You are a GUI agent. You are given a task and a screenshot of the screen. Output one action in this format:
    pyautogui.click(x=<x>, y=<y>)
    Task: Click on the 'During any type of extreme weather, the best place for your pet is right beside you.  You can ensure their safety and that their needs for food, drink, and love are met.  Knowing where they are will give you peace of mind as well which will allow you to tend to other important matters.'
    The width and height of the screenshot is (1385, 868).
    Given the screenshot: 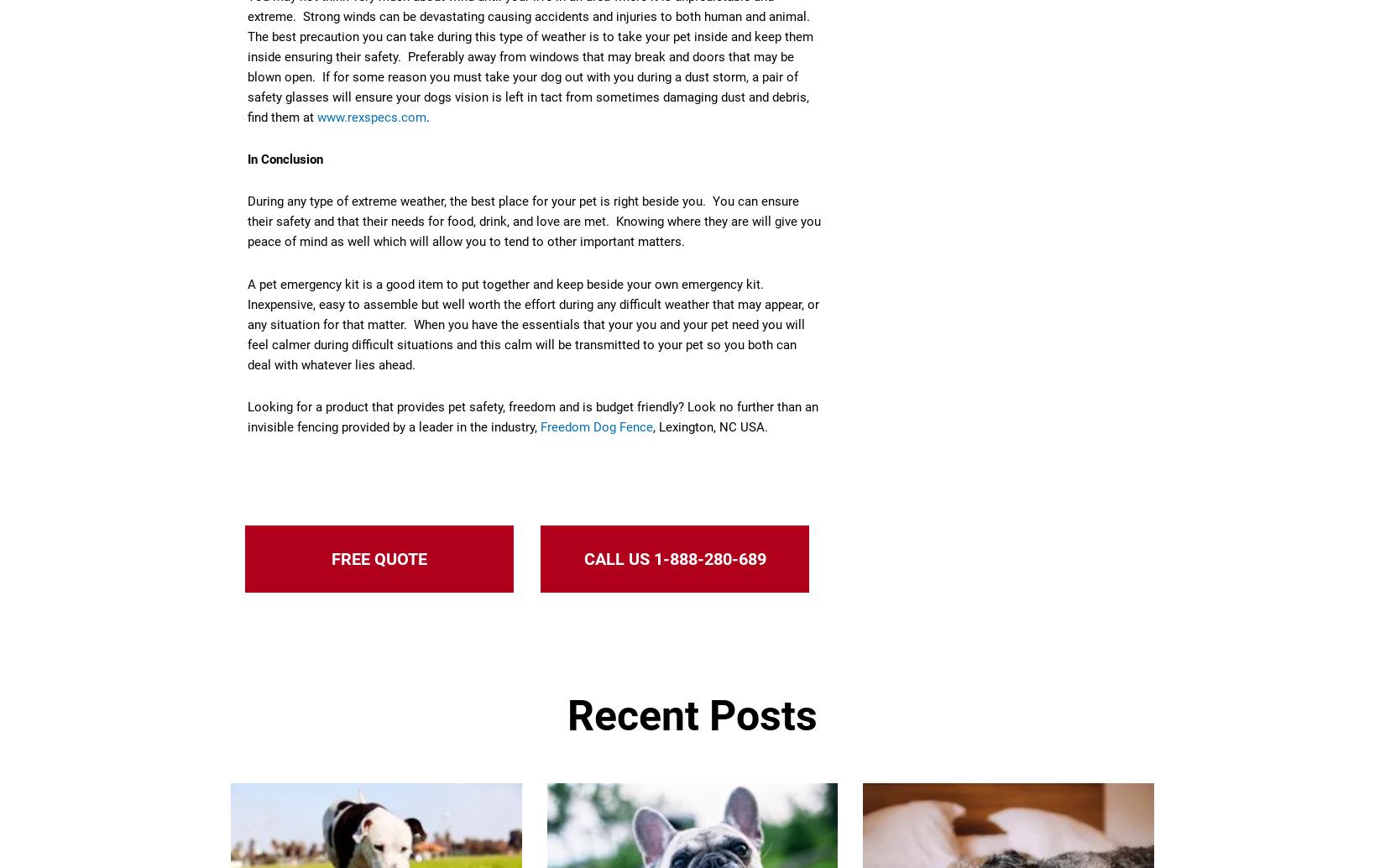 What is the action you would take?
    pyautogui.click(x=533, y=220)
    